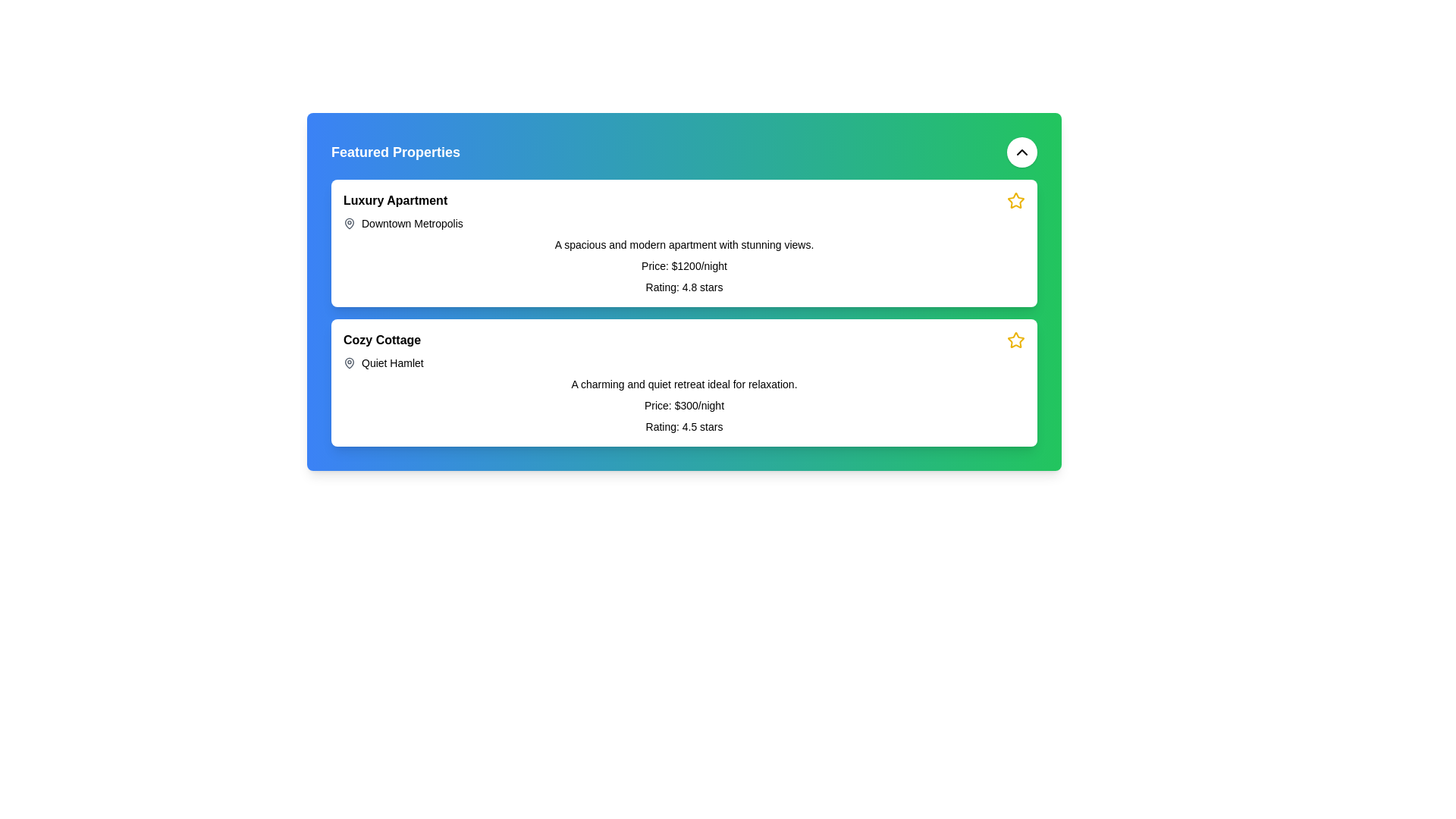 The width and height of the screenshot is (1456, 819). I want to click on the text label displaying 'Quiet Hamlet', located in the lower portion of the interface under the 'Cozy Cottage' heading, so click(392, 362).